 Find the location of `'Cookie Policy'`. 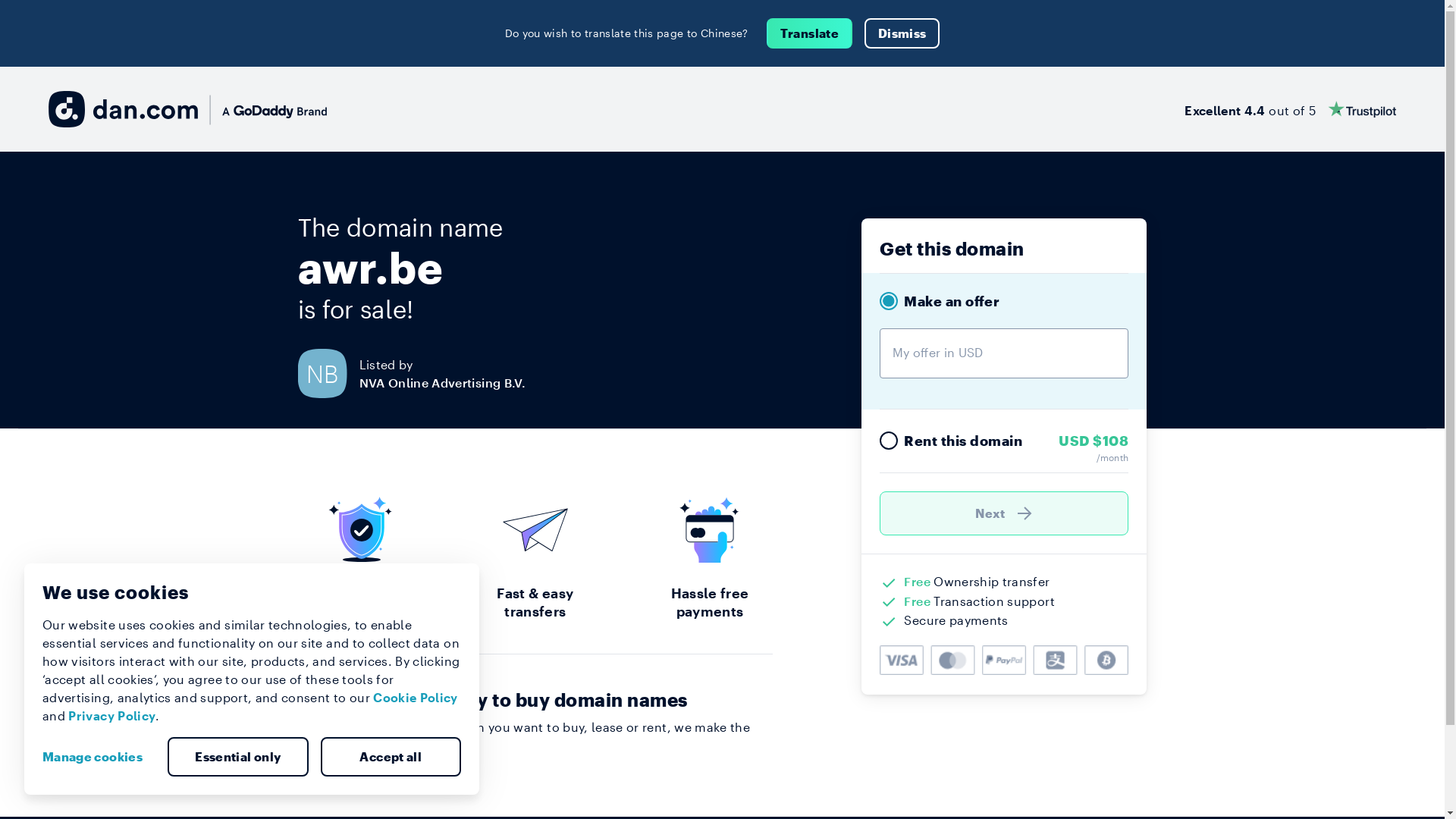

'Cookie Policy' is located at coordinates (372, 697).